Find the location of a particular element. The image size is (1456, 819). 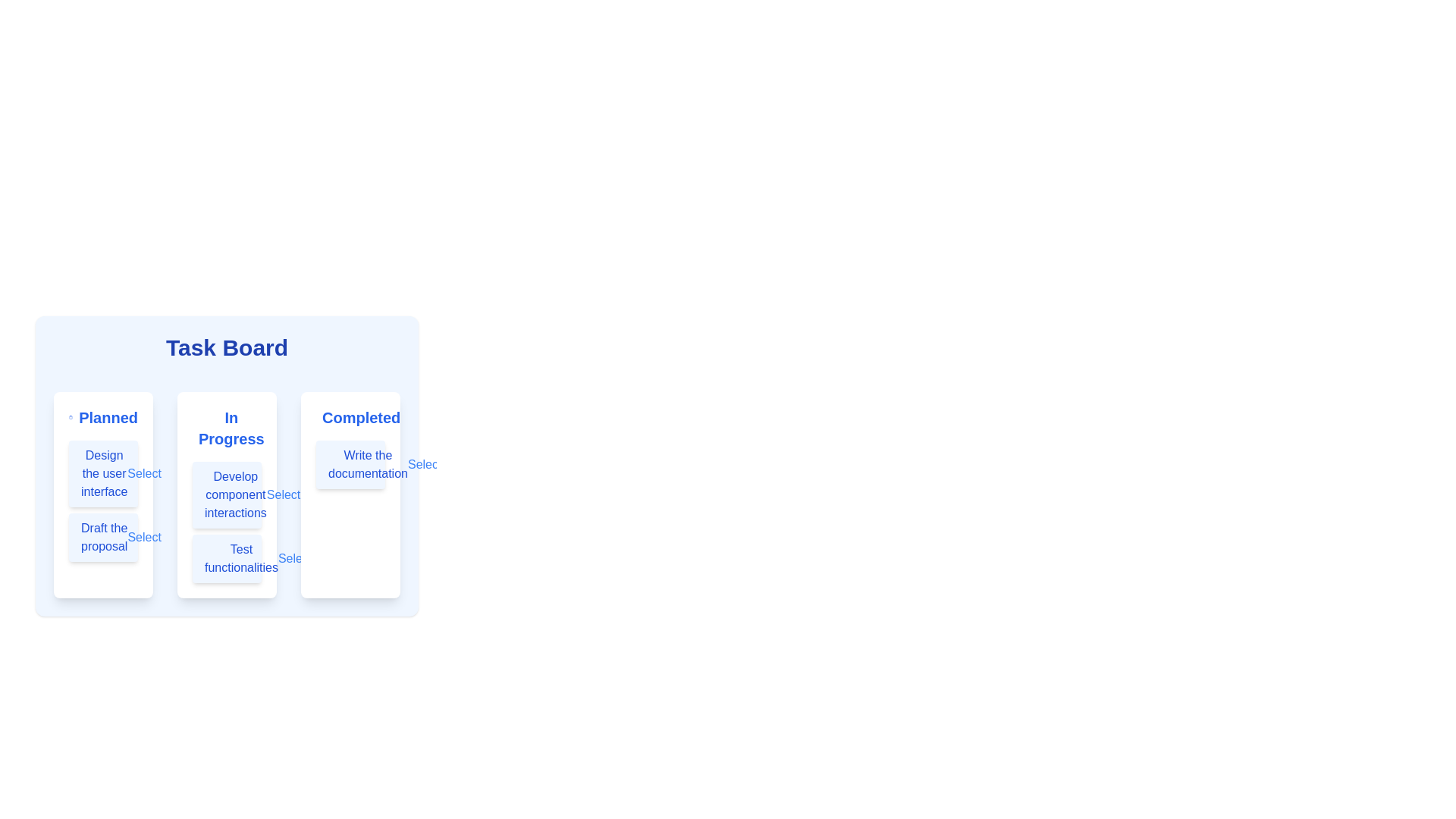

the task item labeled 'Write the documentation' within the 'Completed' column of the task board is located at coordinates (350, 464).